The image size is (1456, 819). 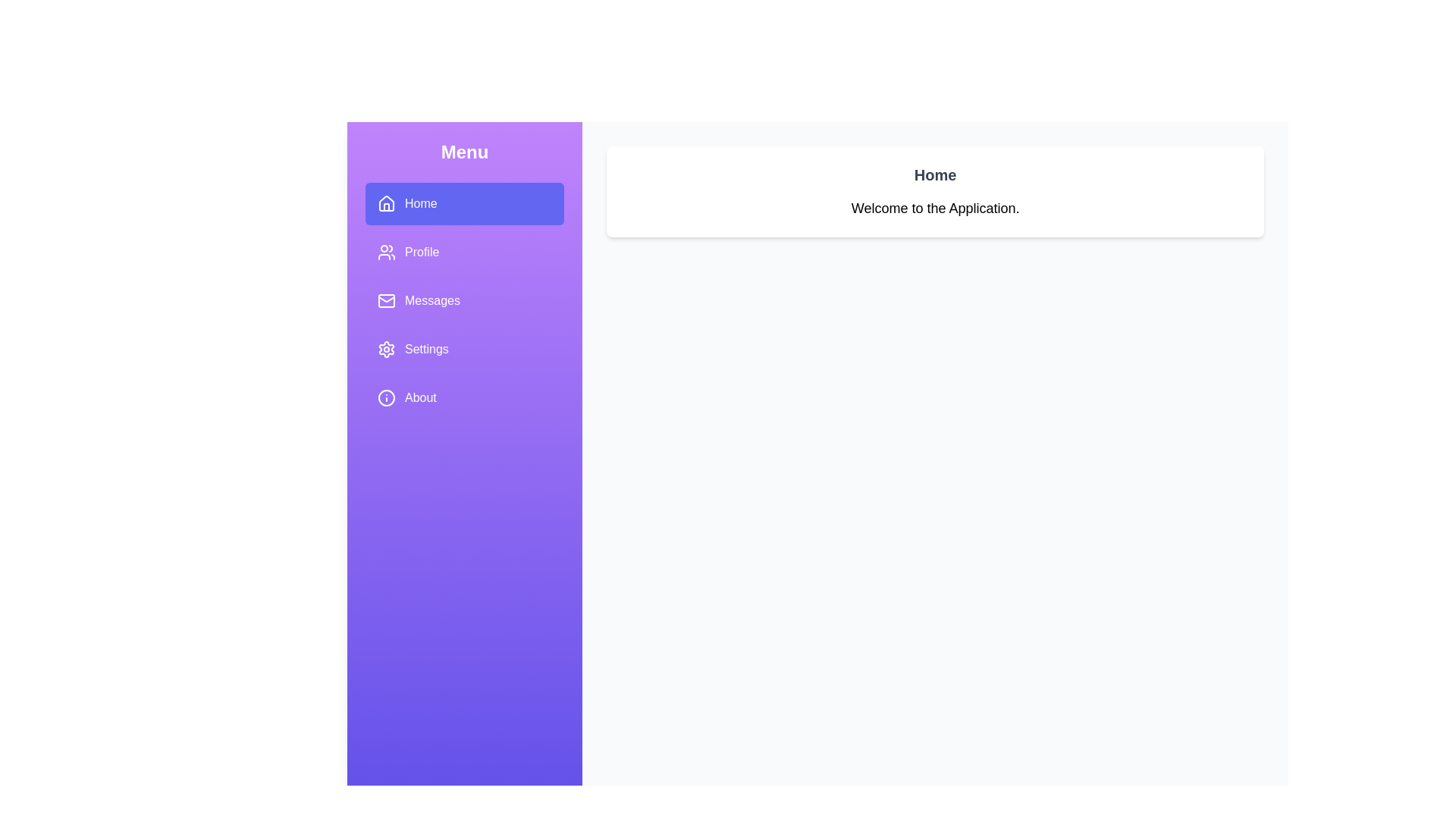 I want to click on the home icon, which is a vector graphic resembling a house located in the sidebar menu next to the text 'Home', so click(x=386, y=202).